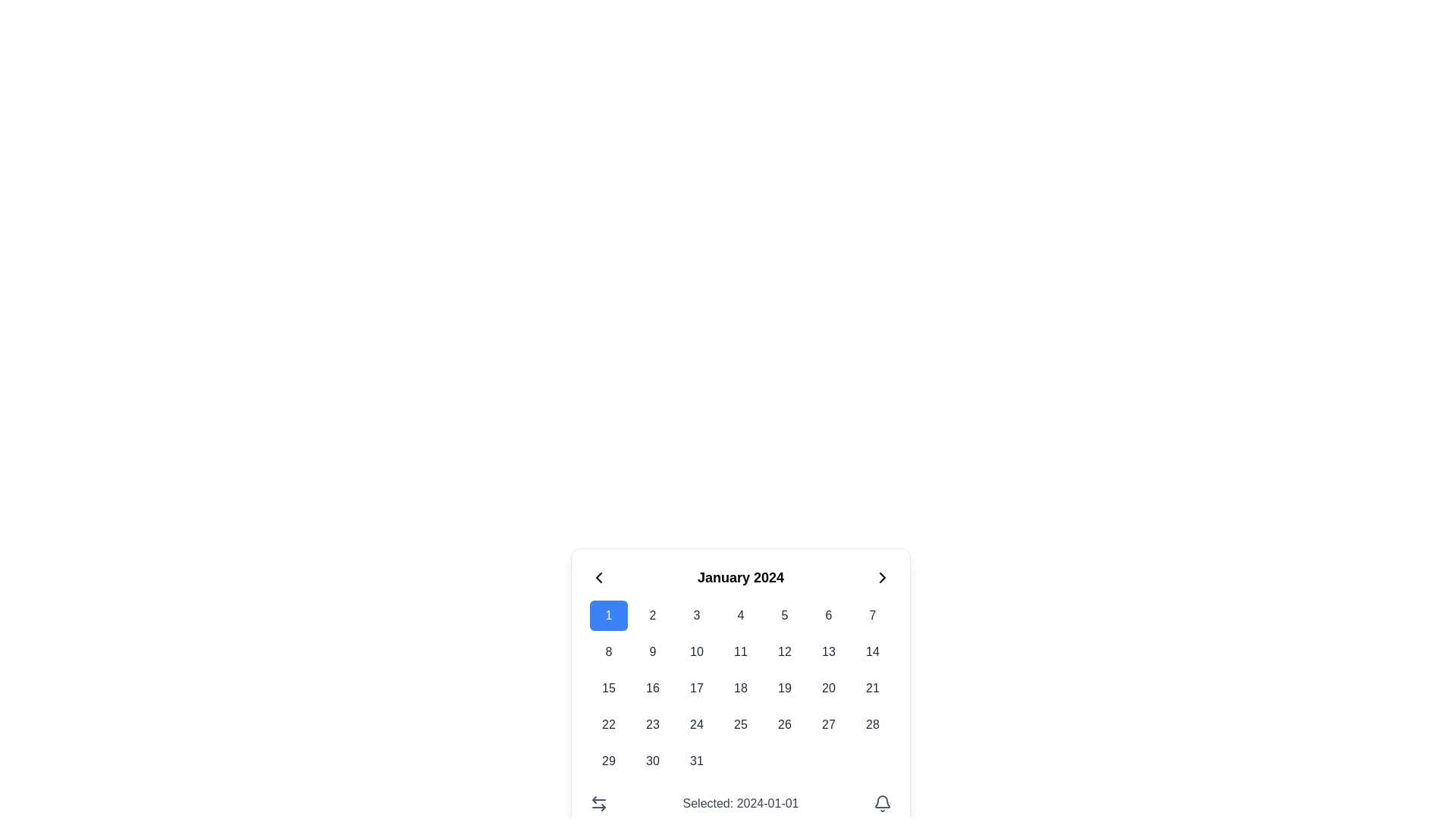 Image resolution: width=1456 pixels, height=819 pixels. What do you see at coordinates (608, 651) in the screenshot?
I see `the calendar date cell displaying the number '8'` at bounding box center [608, 651].